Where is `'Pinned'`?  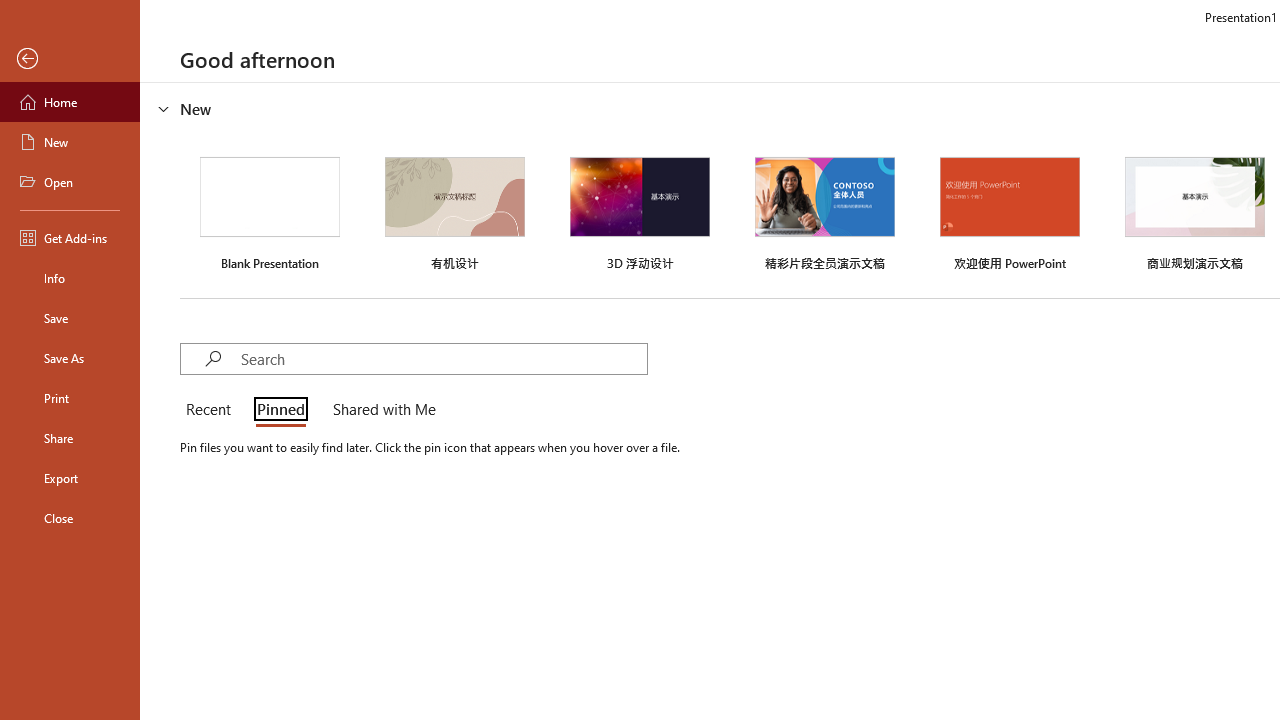
'Pinned' is located at coordinates (279, 410).